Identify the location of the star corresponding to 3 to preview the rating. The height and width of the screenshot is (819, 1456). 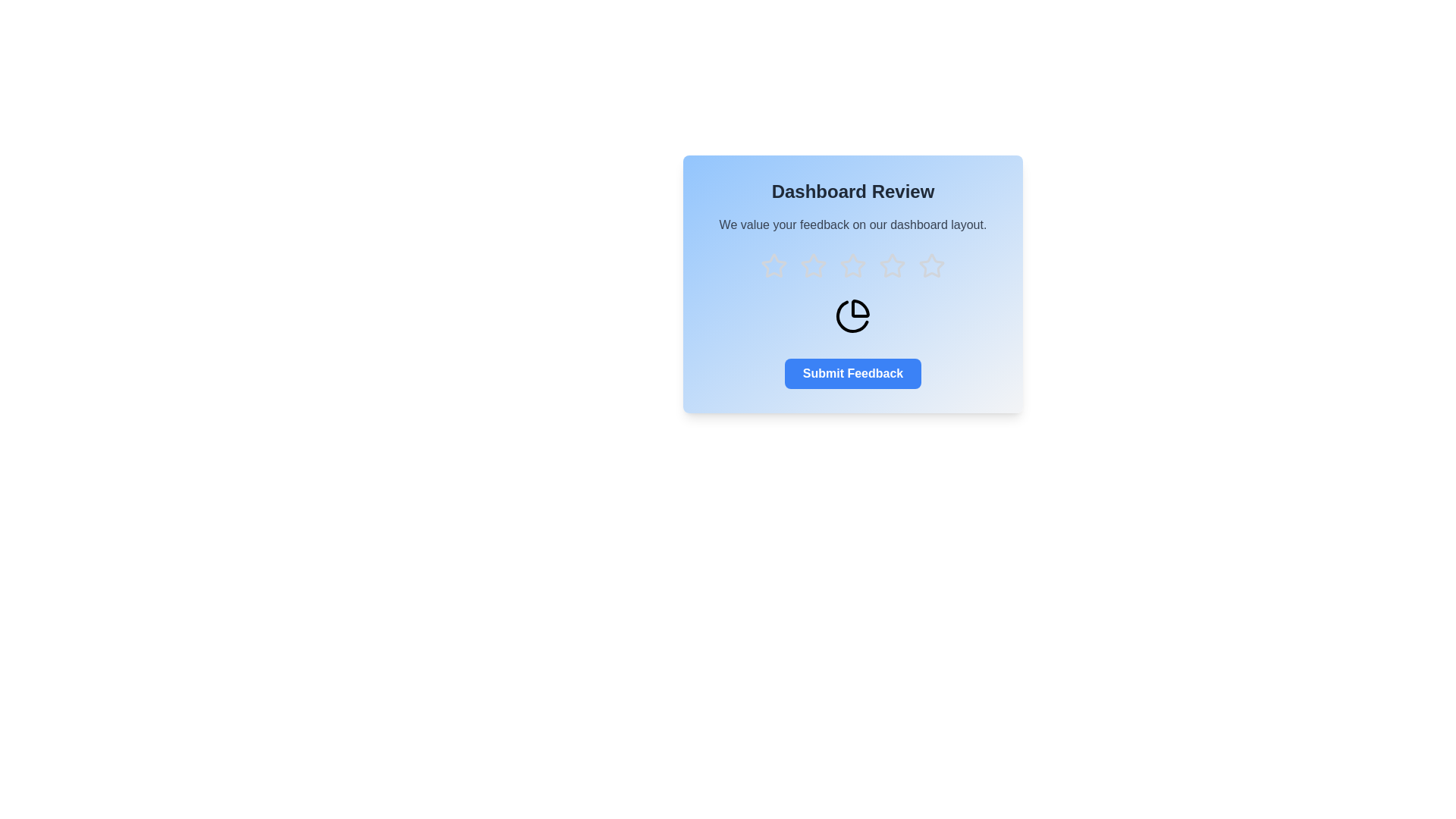
(852, 265).